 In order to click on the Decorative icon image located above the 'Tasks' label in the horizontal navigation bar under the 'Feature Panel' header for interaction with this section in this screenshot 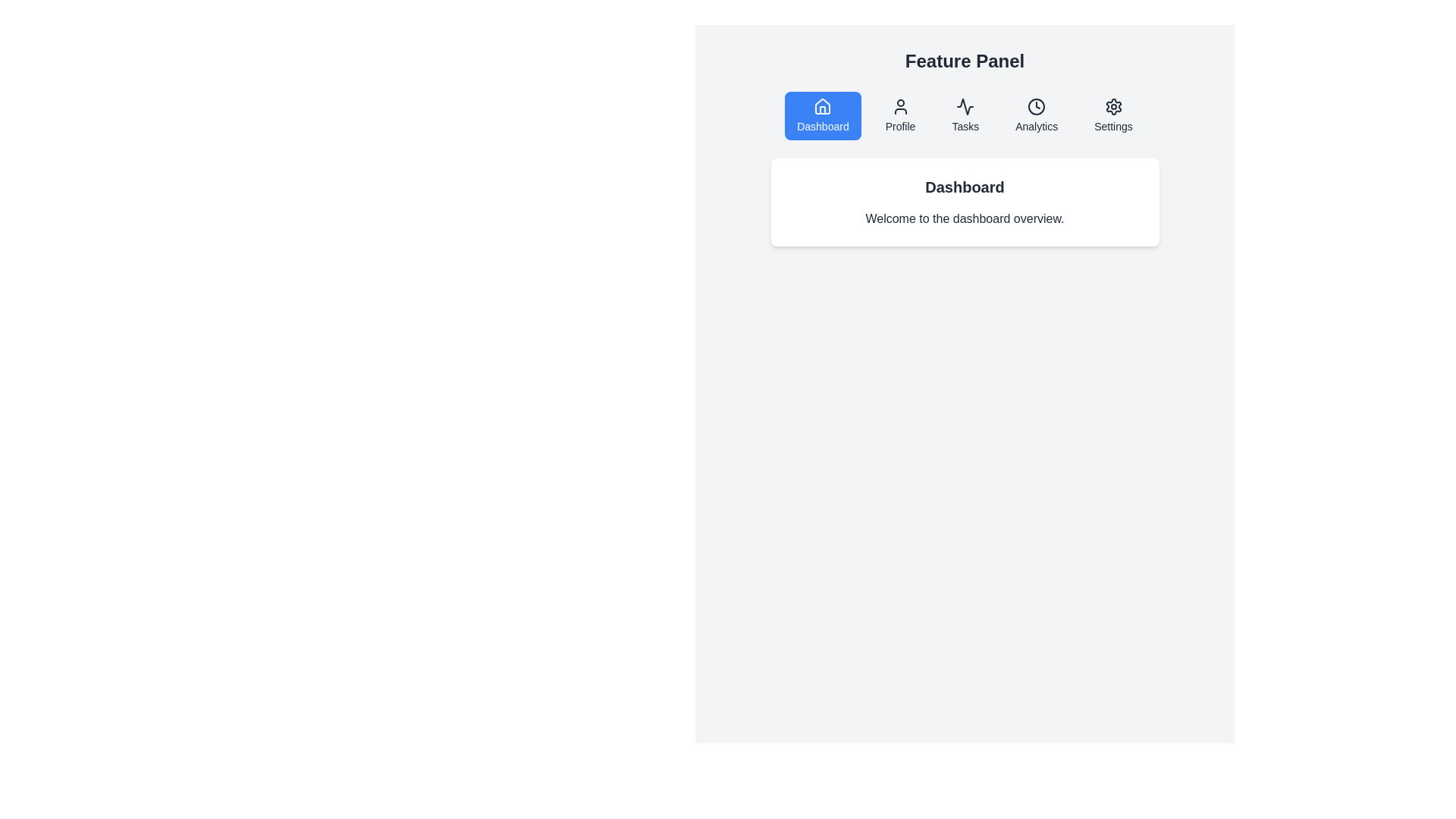, I will do `click(965, 106)`.